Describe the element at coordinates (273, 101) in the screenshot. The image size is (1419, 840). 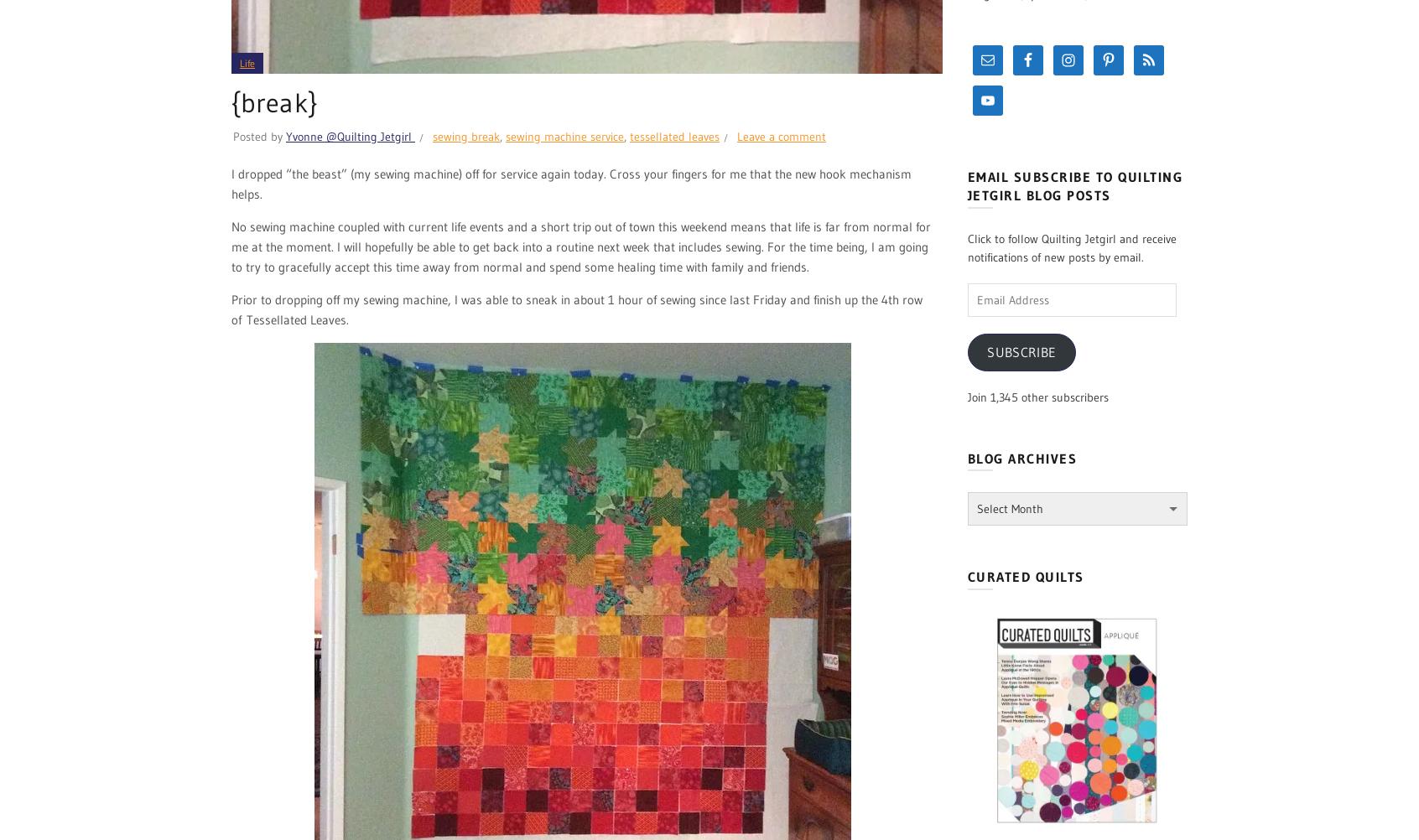
I see `'{break}'` at that location.